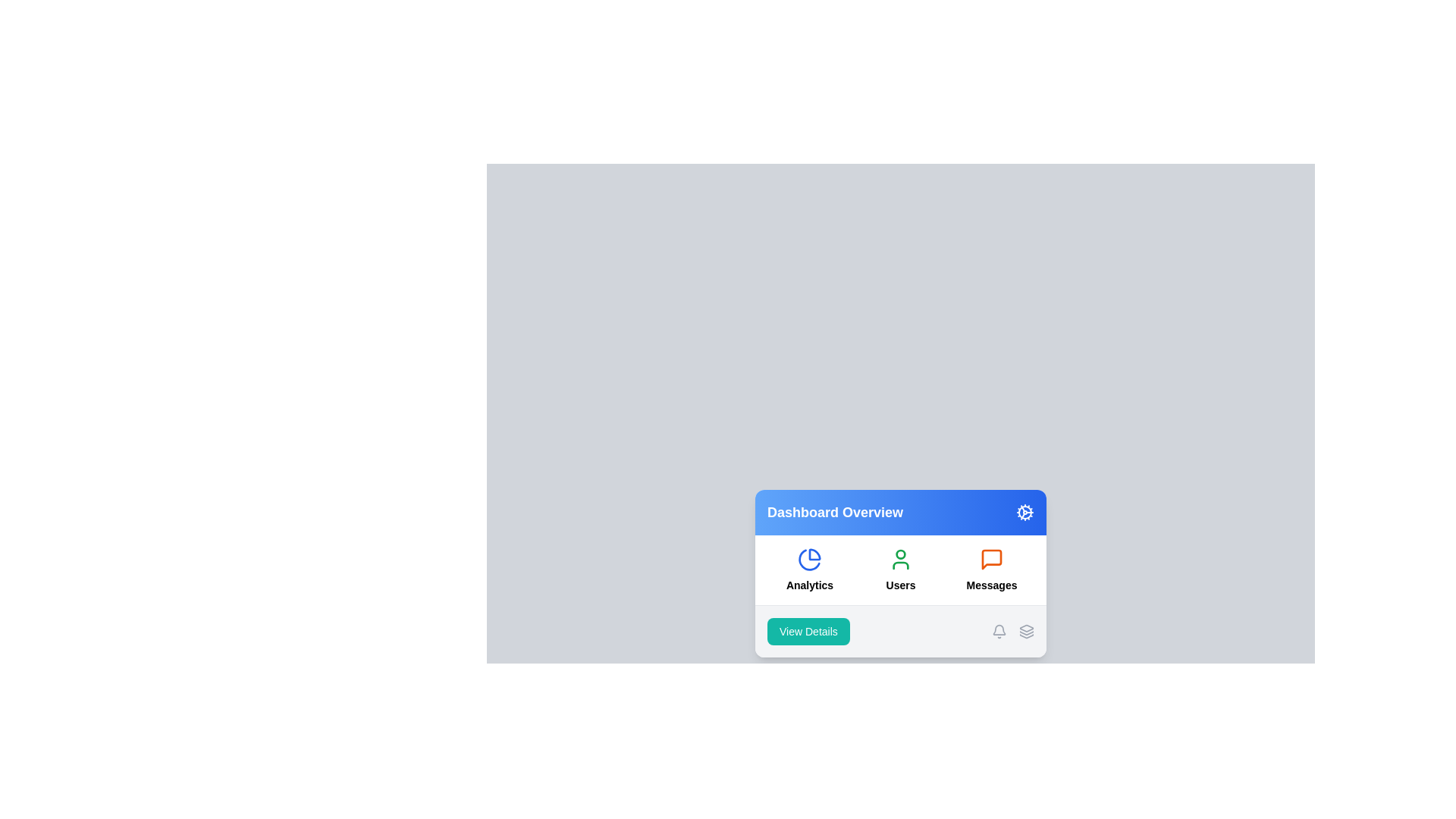 This screenshot has height=819, width=1456. What do you see at coordinates (808, 631) in the screenshot?
I see `the button located at the lower-left corner of the 'Dashboard Overview' card` at bounding box center [808, 631].